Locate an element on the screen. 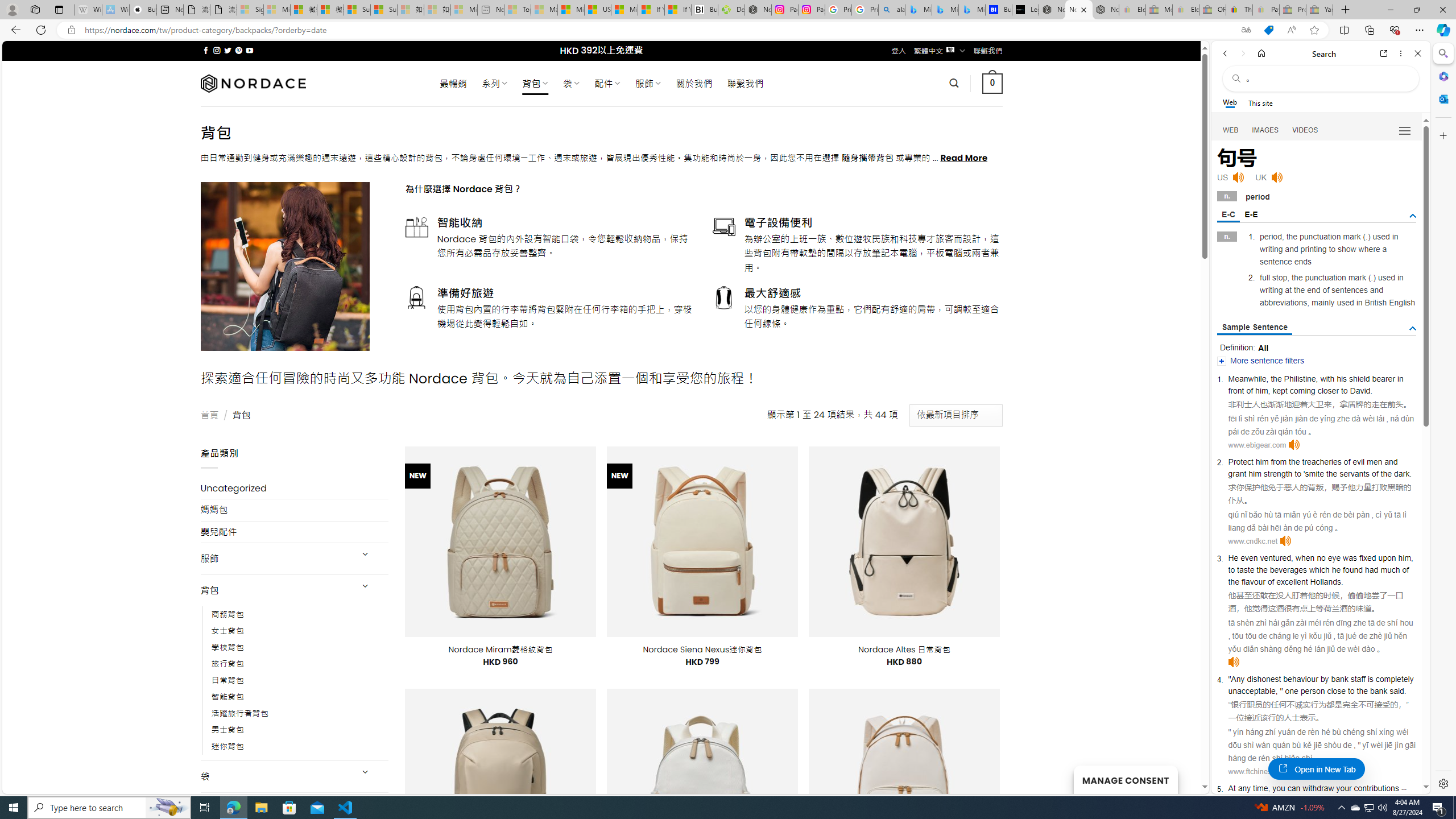 The width and height of the screenshot is (1456, 819). 'unacceptable' is located at coordinates (1251, 690).